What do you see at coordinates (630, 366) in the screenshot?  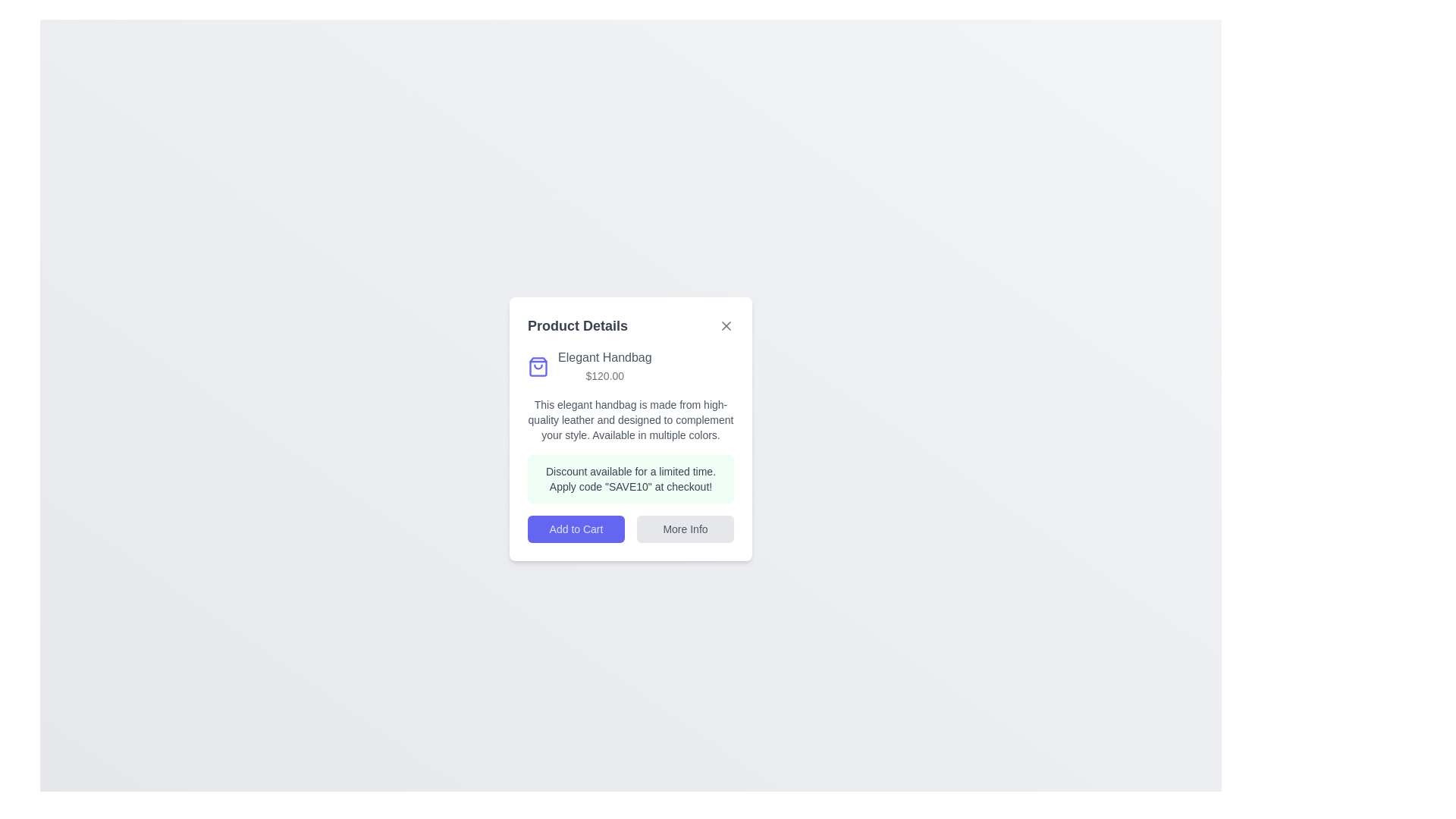 I see `the product name and price text` at bounding box center [630, 366].